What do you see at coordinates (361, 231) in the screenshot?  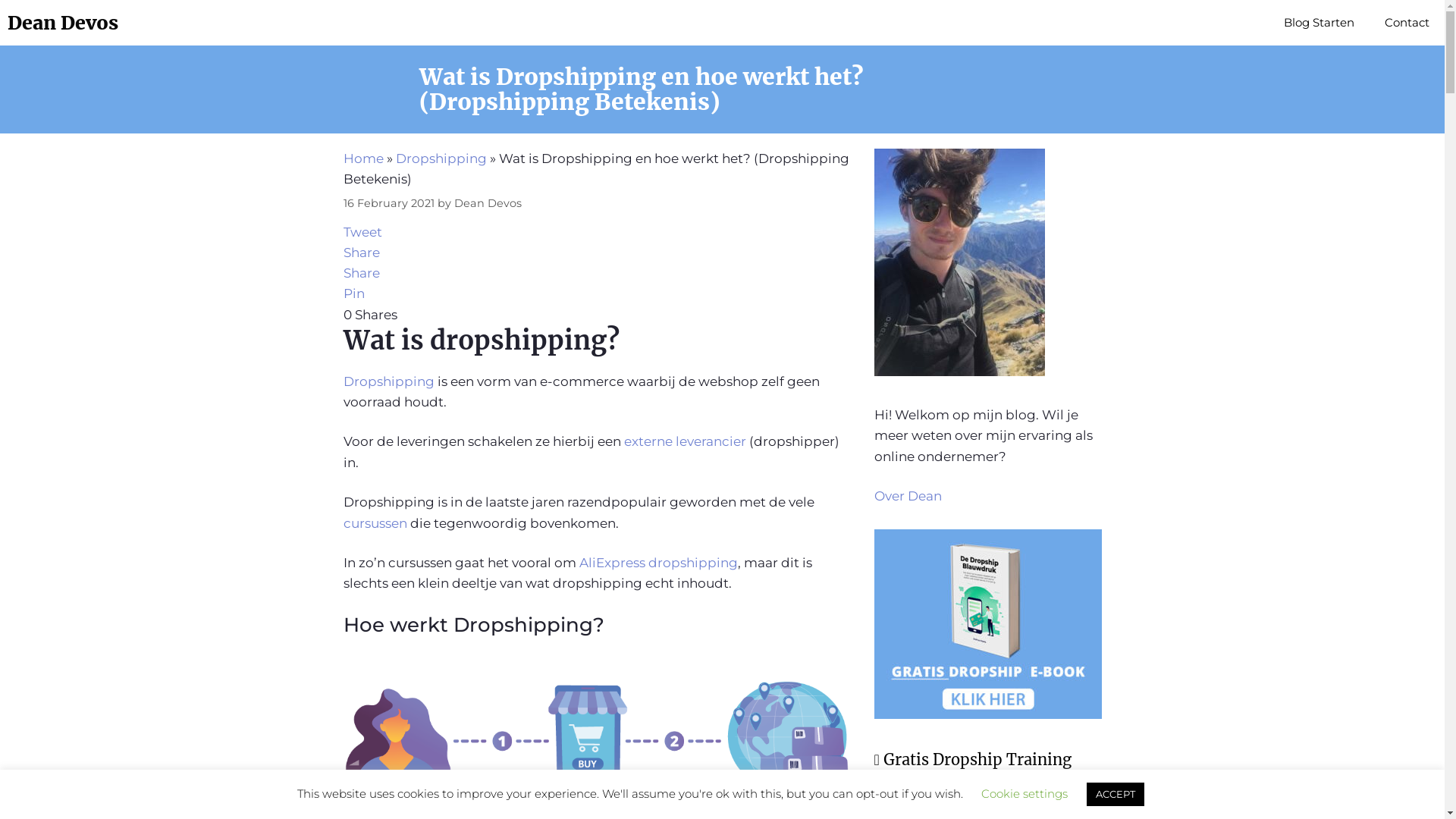 I see `'Tweet'` at bounding box center [361, 231].